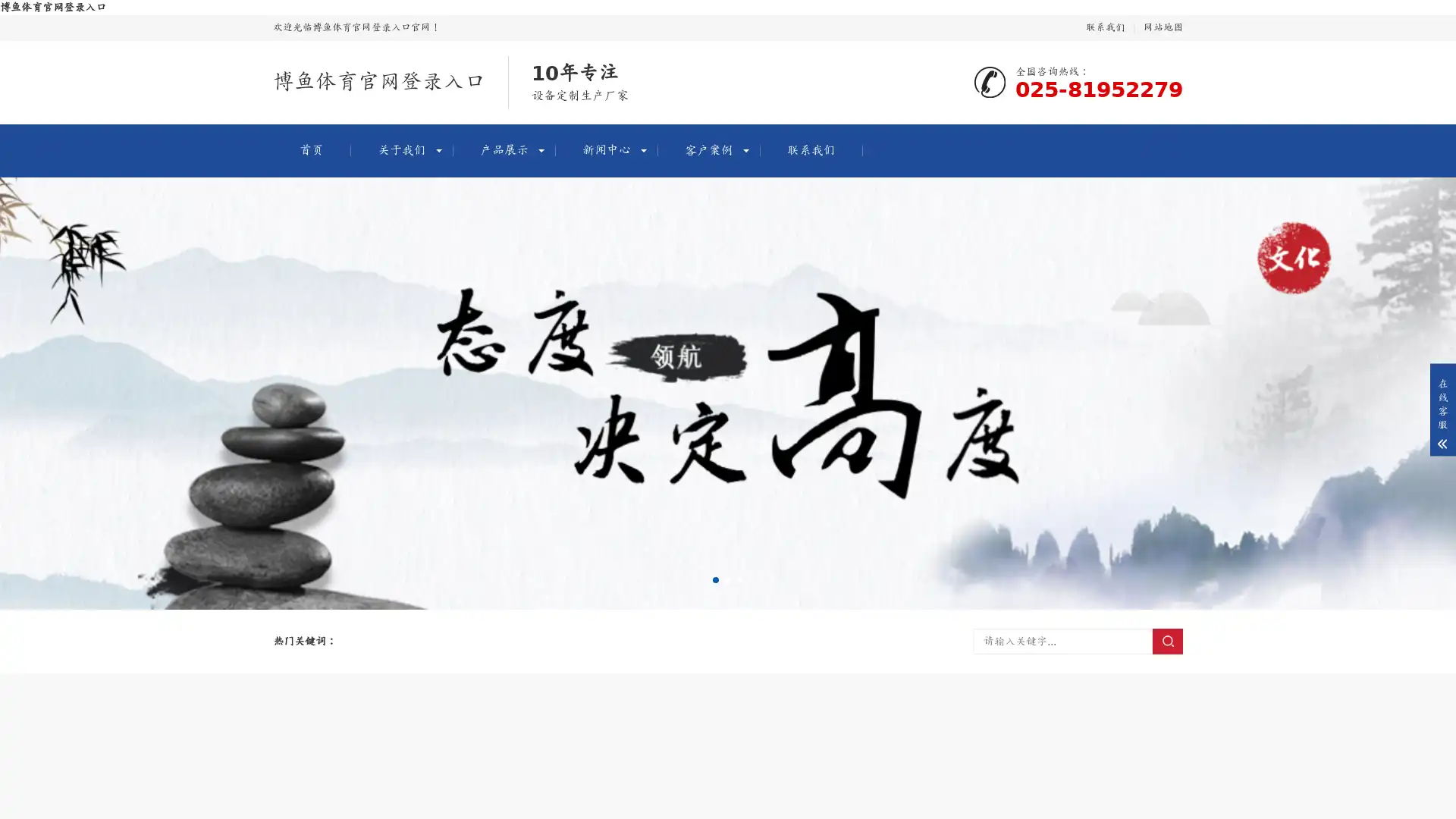 The height and width of the screenshot is (819, 1456). I want to click on Go to slide 2, so click(728, 579).